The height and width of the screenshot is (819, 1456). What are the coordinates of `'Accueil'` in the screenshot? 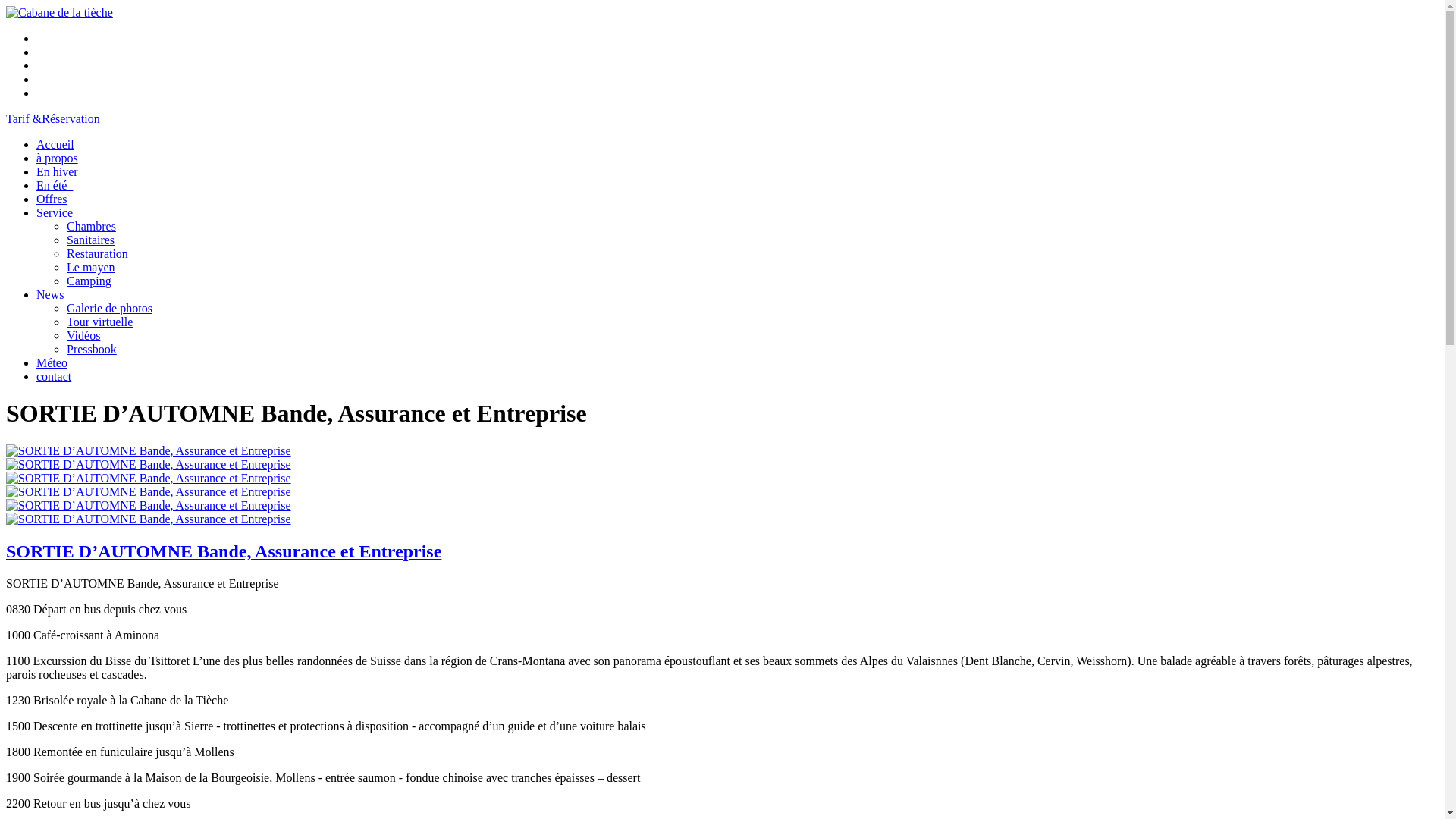 It's located at (55, 144).